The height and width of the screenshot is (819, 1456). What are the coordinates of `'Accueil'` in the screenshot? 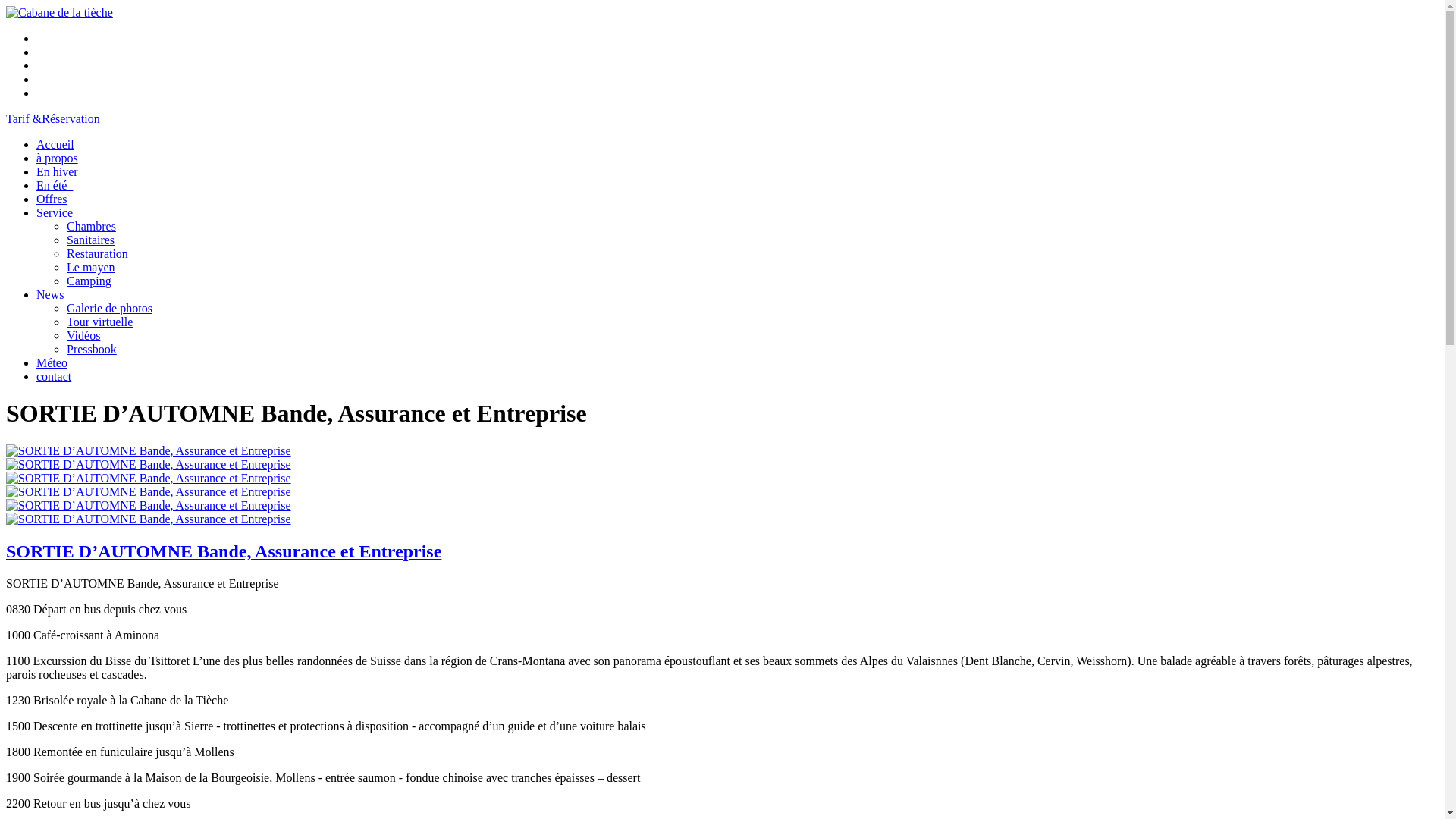 It's located at (55, 144).